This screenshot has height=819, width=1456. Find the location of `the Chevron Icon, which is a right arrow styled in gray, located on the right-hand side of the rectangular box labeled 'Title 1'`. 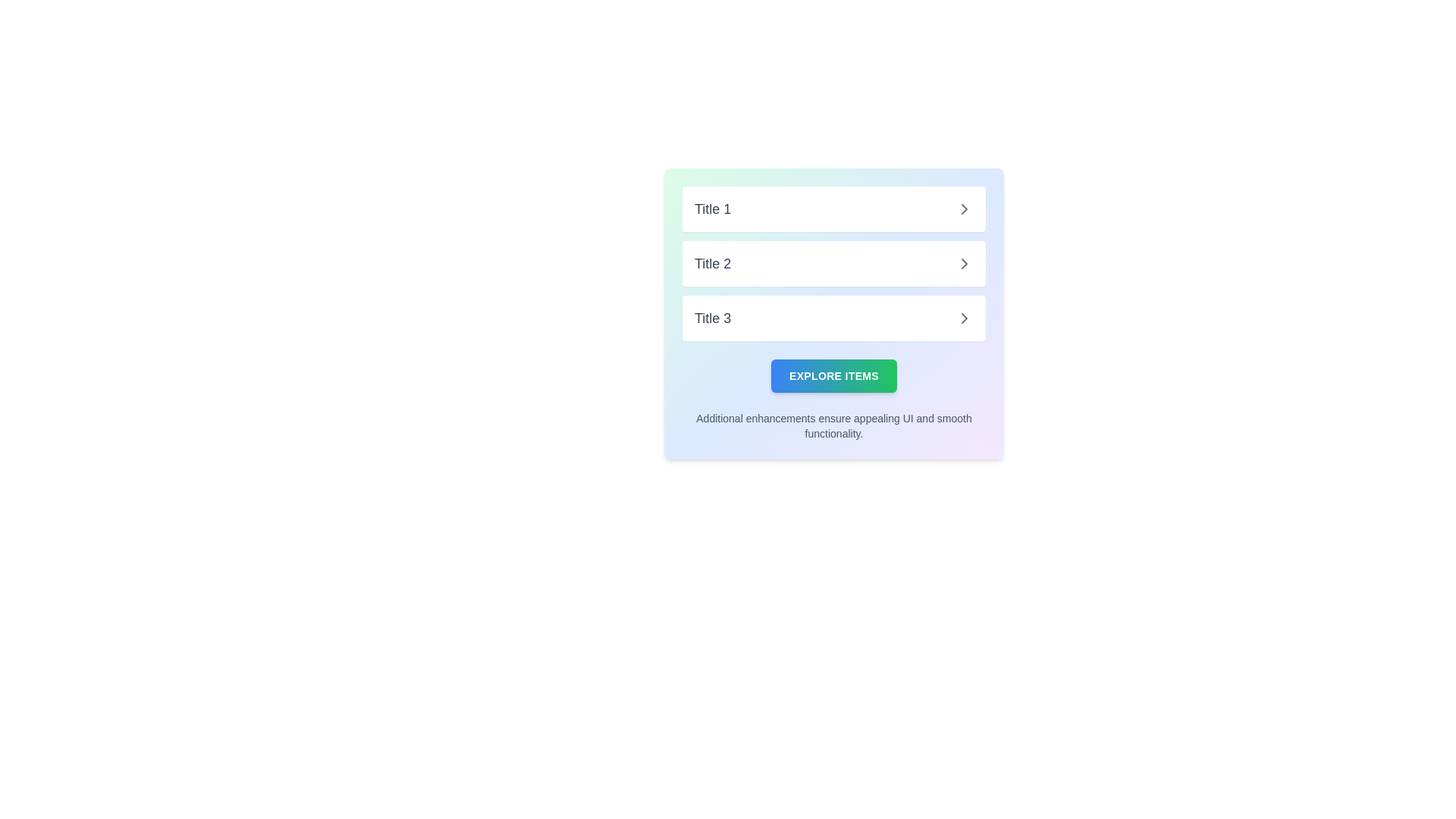

the Chevron Icon, which is a right arrow styled in gray, located on the right-hand side of the rectangular box labeled 'Title 1' is located at coordinates (964, 209).